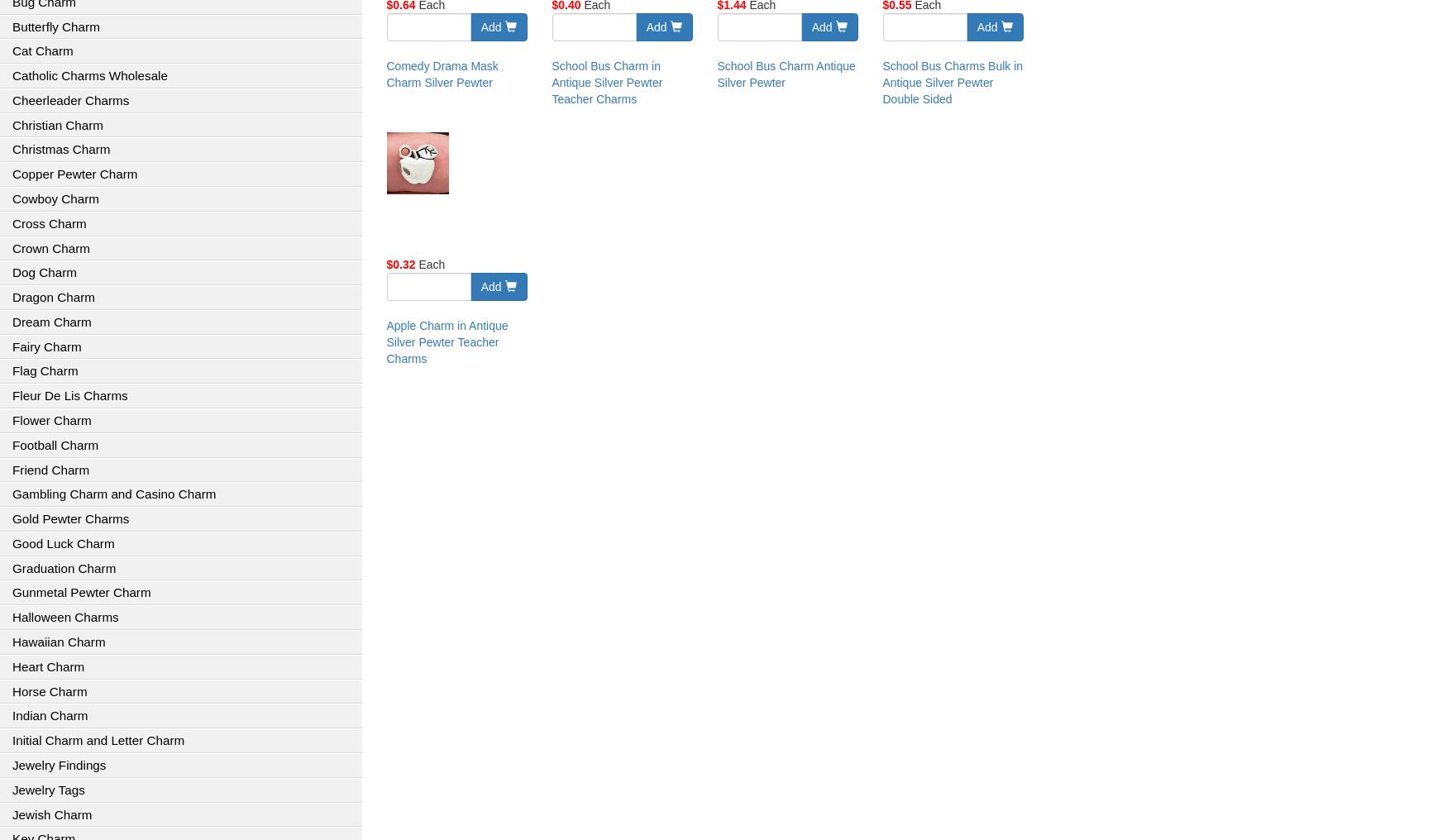  Describe the element at coordinates (12, 123) in the screenshot. I see `'Christian Charm'` at that location.